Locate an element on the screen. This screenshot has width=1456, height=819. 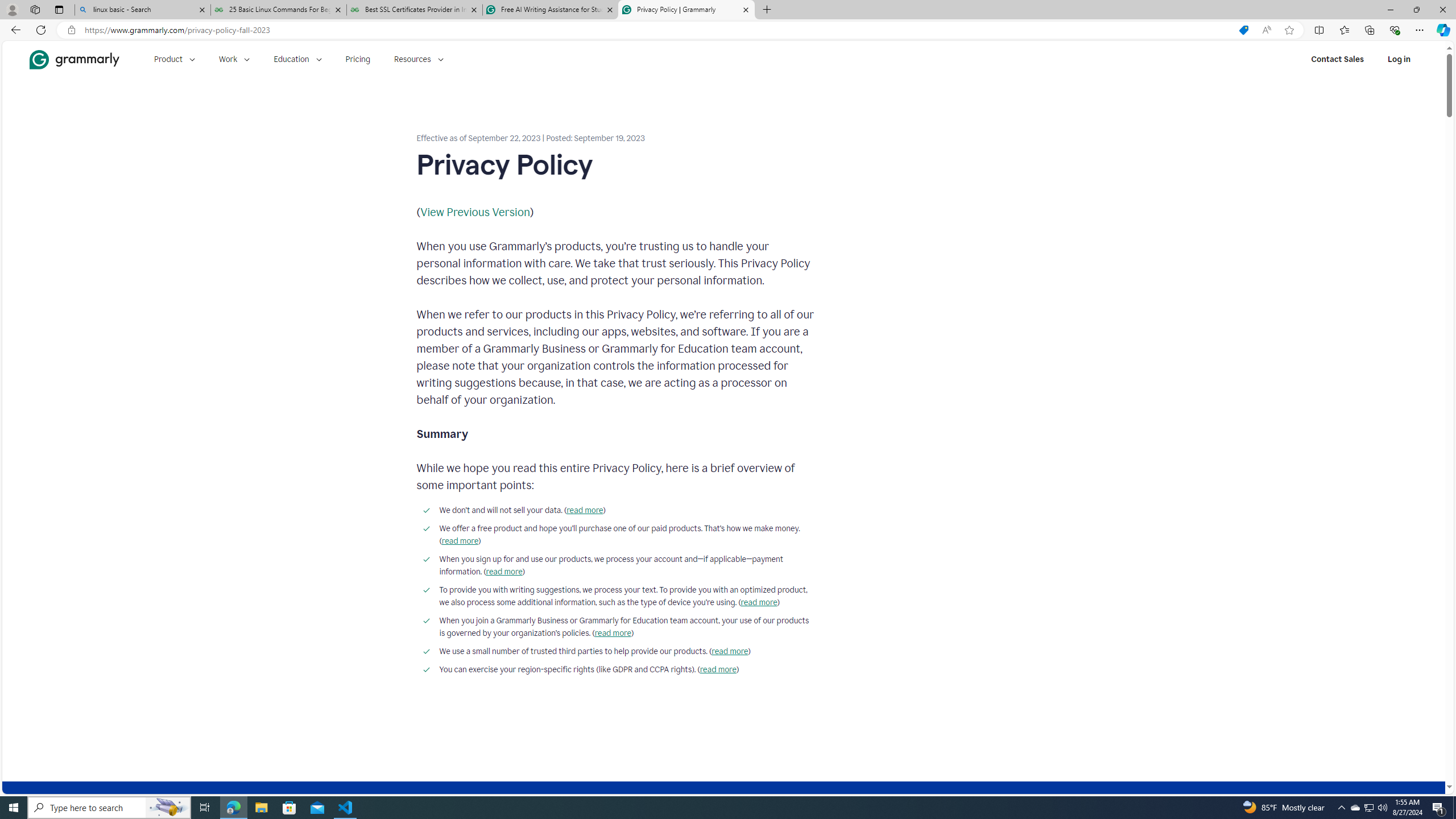
'read more' is located at coordinates (717, 669).